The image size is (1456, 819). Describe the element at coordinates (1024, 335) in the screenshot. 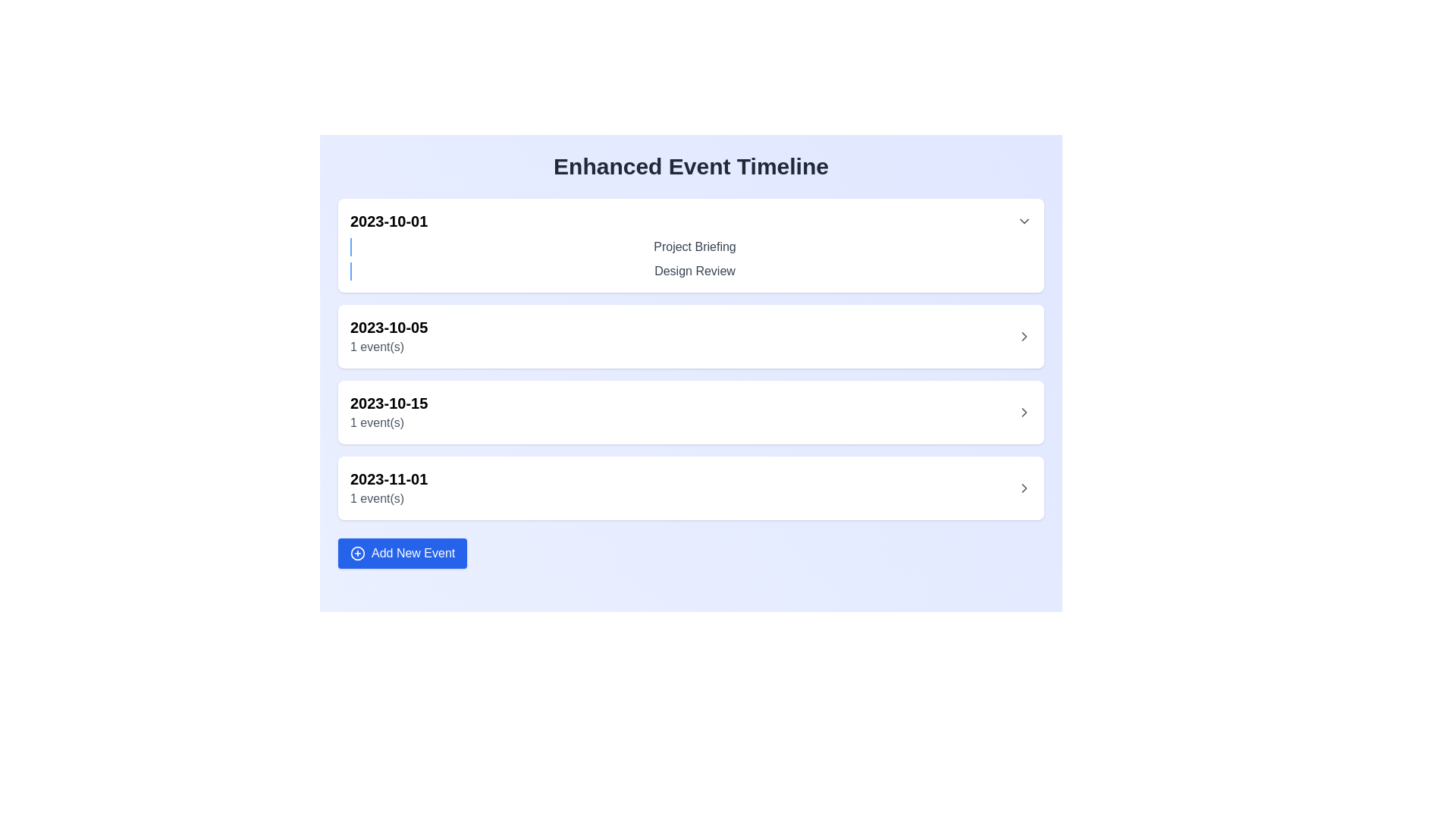

I see `the chevron-right icon located on the far-right side of the entry for the date '2023-10-05'` at that location.